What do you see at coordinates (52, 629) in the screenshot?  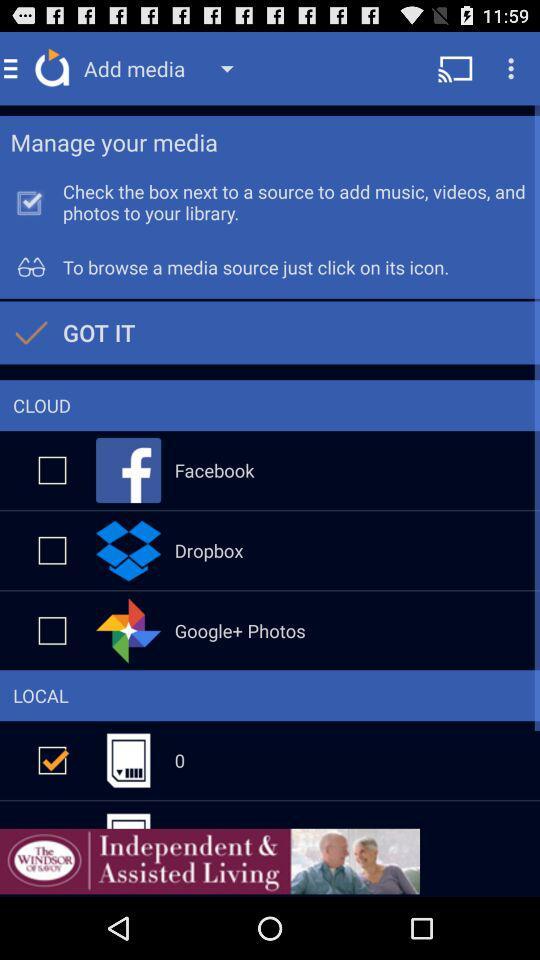 I see `gallery` at bounding box center [52, 629].